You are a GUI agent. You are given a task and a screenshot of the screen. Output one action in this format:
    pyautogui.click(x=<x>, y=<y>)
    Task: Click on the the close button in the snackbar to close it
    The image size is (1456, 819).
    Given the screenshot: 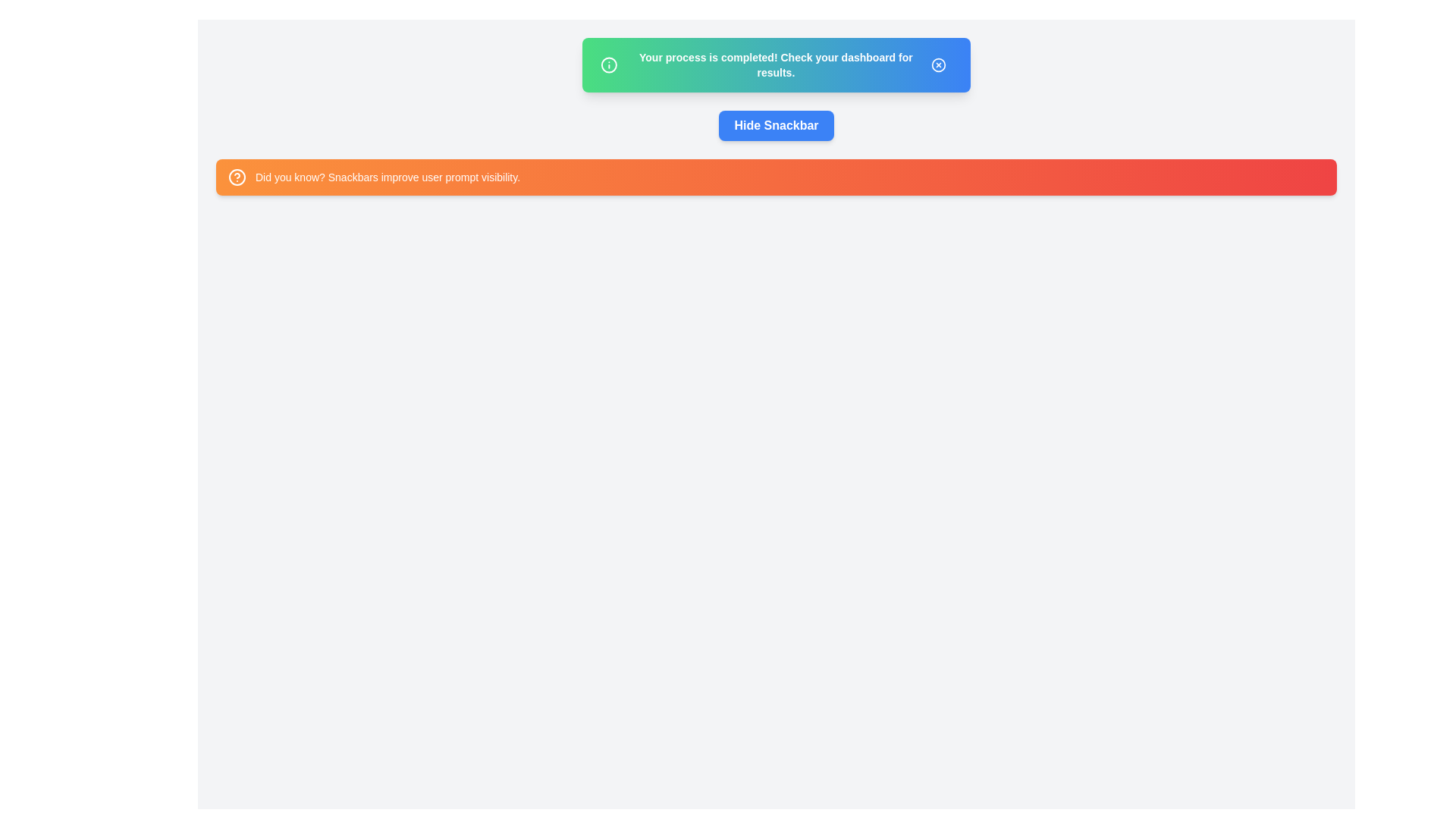 What is the action you would take?
    pyautogui.click(x=938, y=64)
    